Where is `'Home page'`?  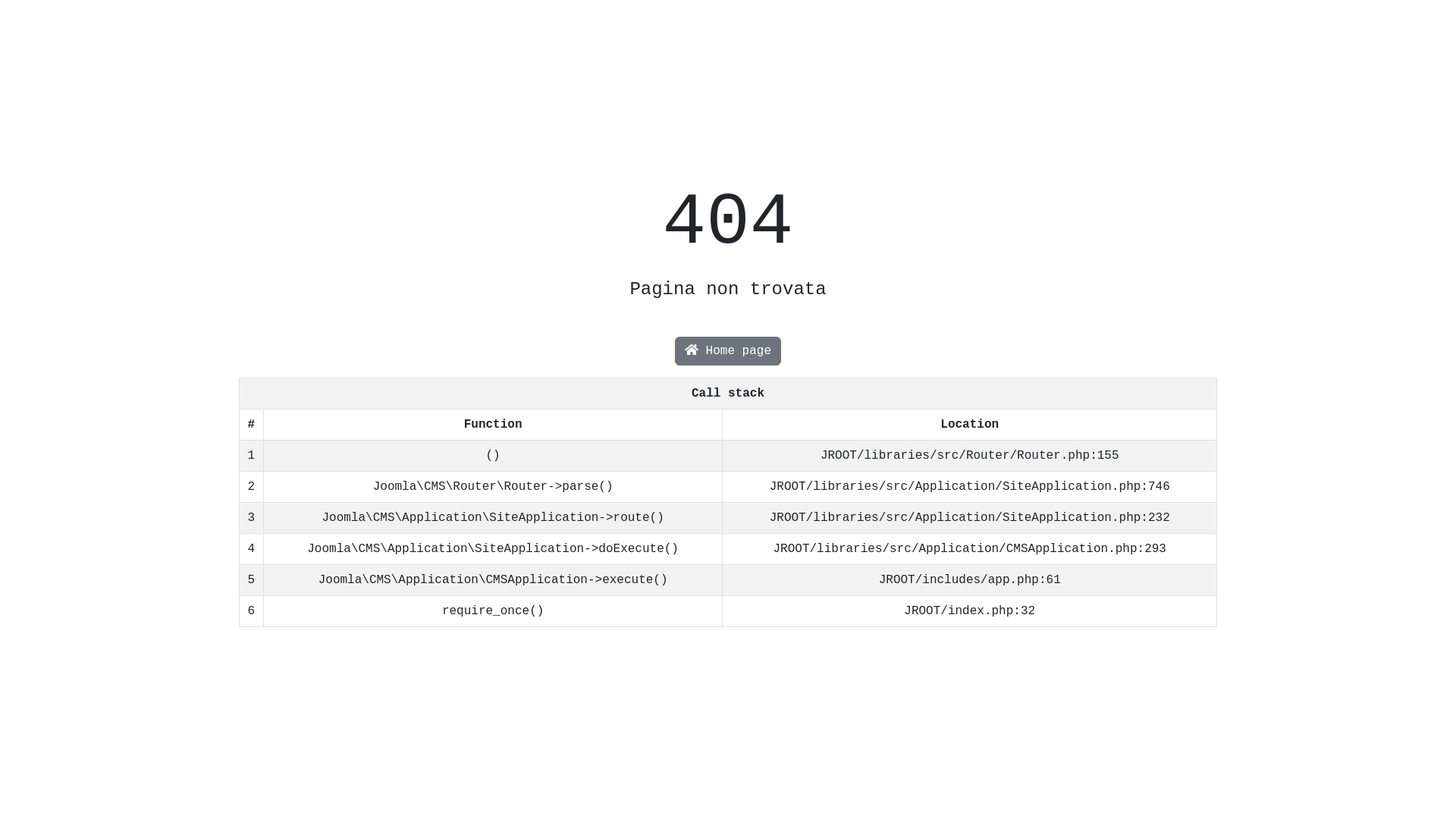
'Home page' is located at coordinates (673, 350).